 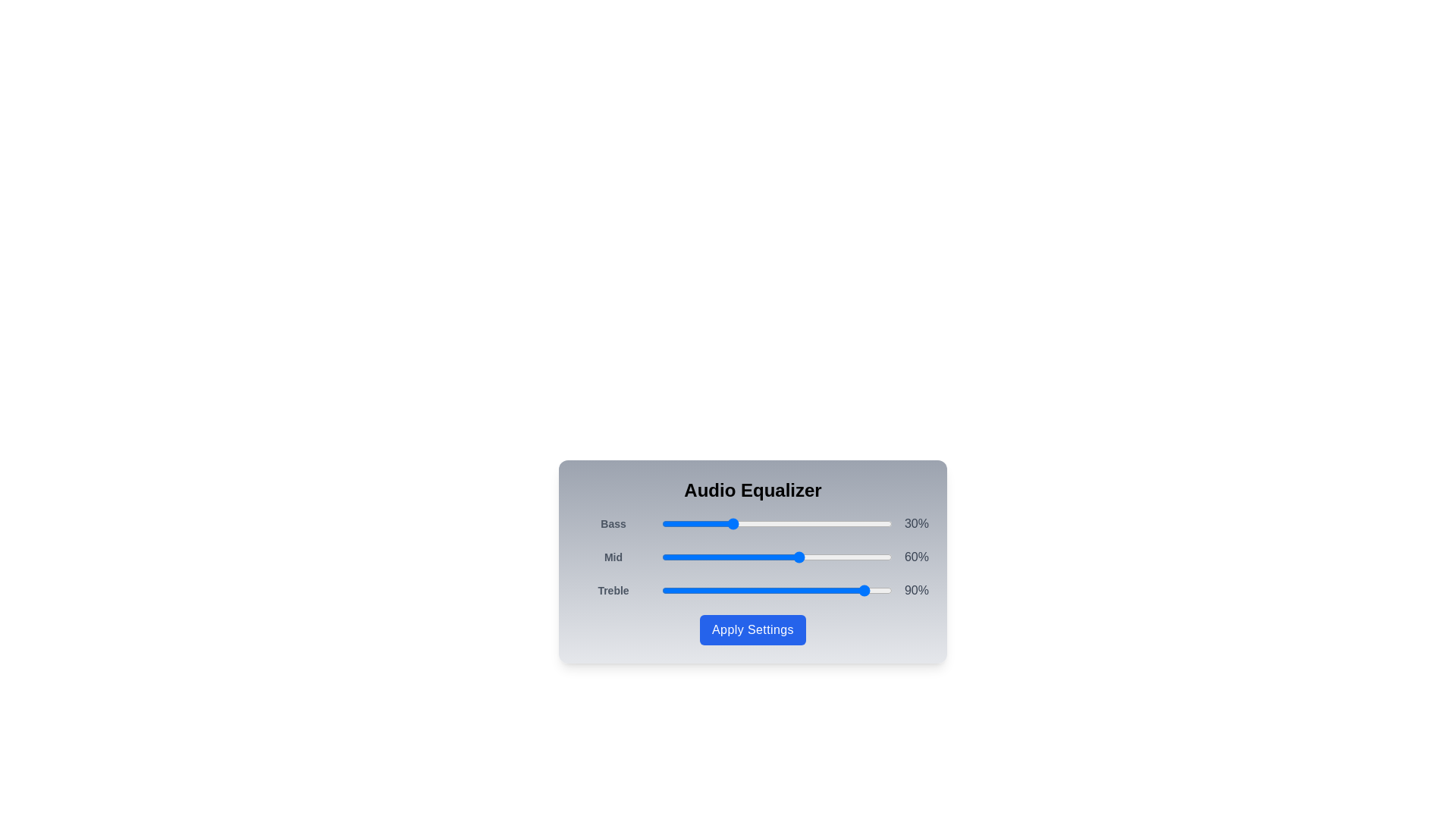 I want to click on the 'Bass' slider to 89%, so click(x=867, y=522).